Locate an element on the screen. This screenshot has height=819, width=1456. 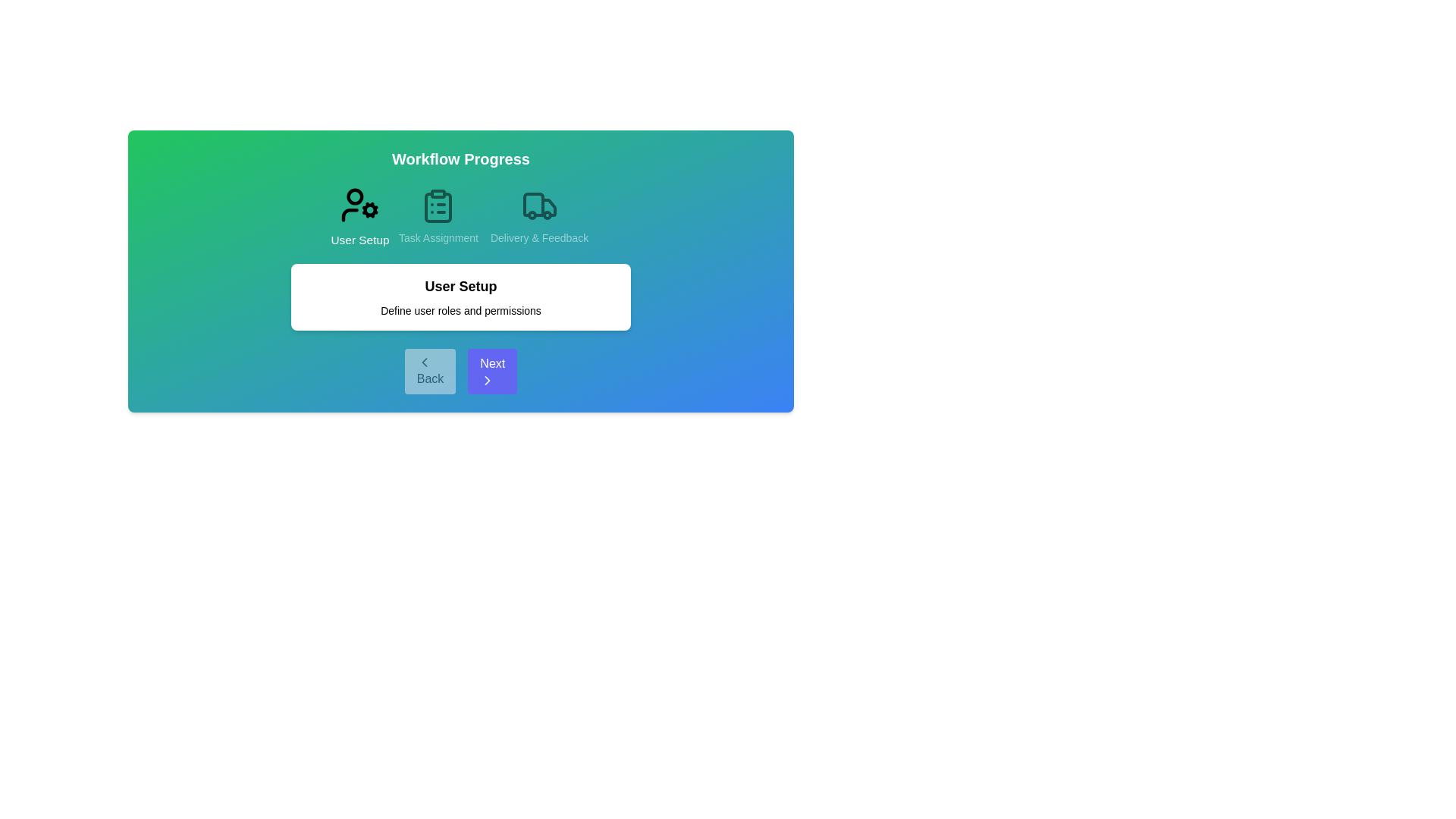
the 'Back' button to navigate to the previous step in the workflow is located at coordinates (429, 371).